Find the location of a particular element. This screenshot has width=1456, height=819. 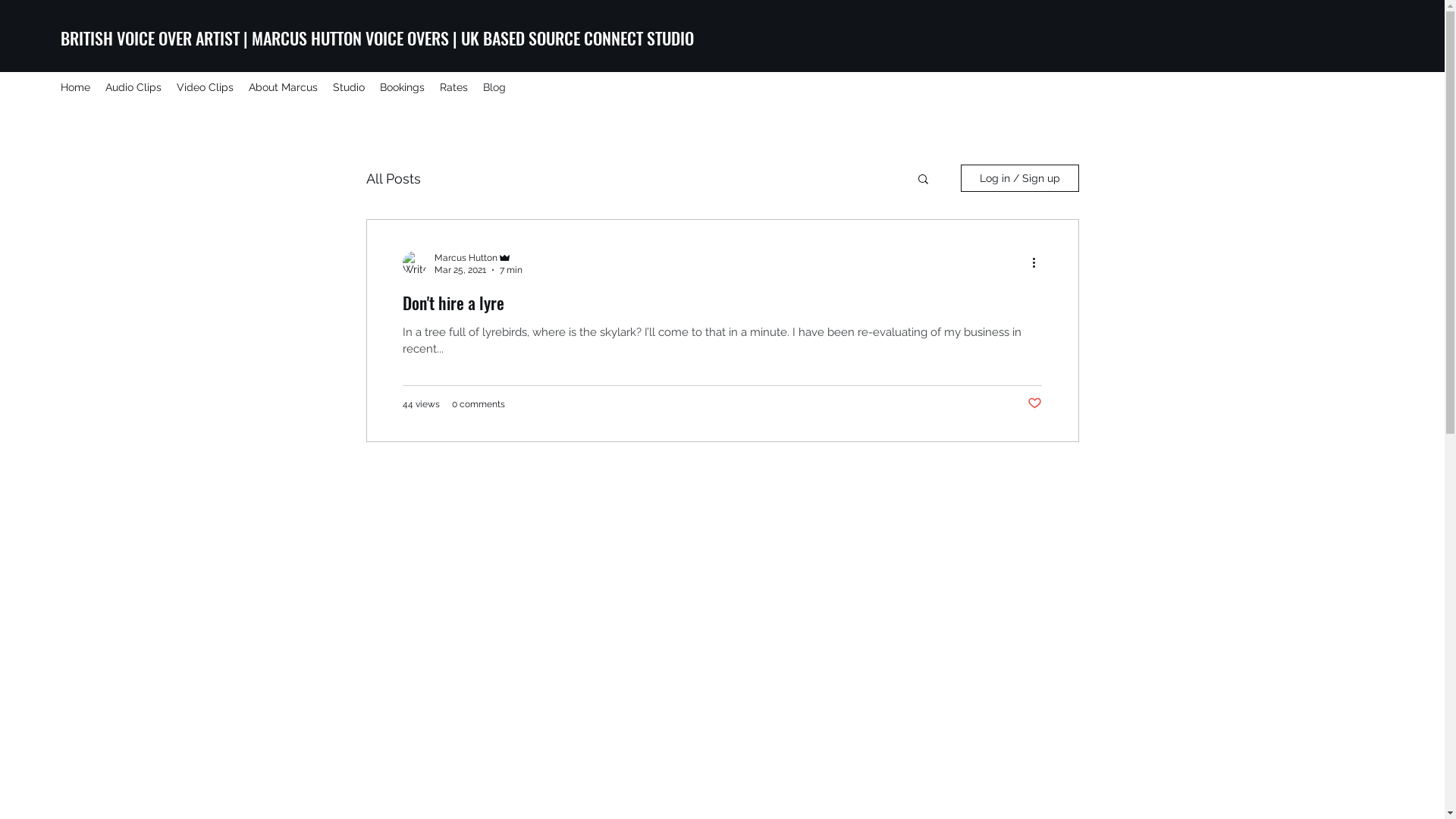

'Home' is located at coordinates (74, 87).